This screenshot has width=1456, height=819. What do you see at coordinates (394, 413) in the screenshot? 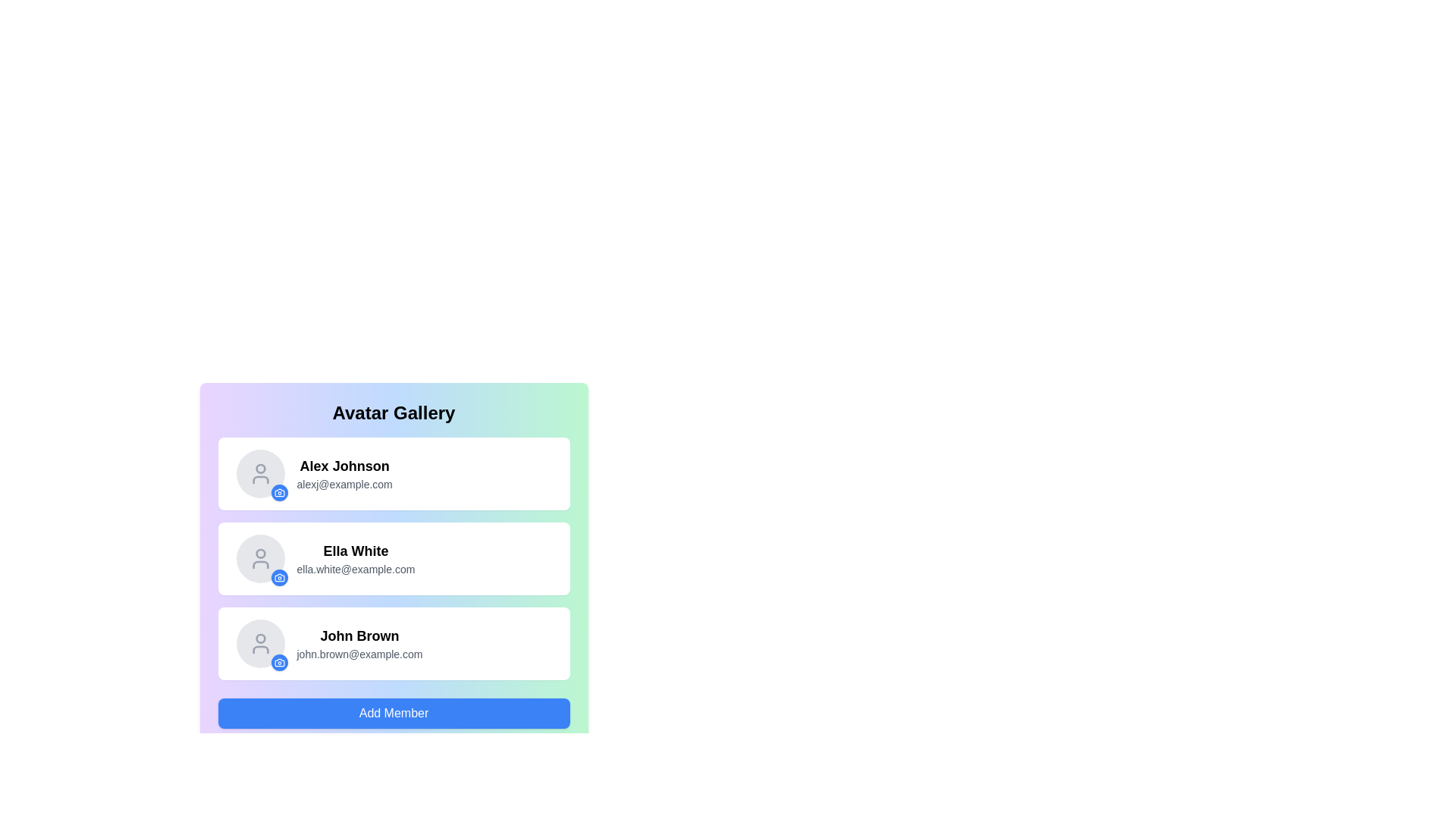
I see `heading 'Avatar Gallery' located at the top of the card with a gradient background, styled in bold 2xl font size` at bounding box center [394, 413].